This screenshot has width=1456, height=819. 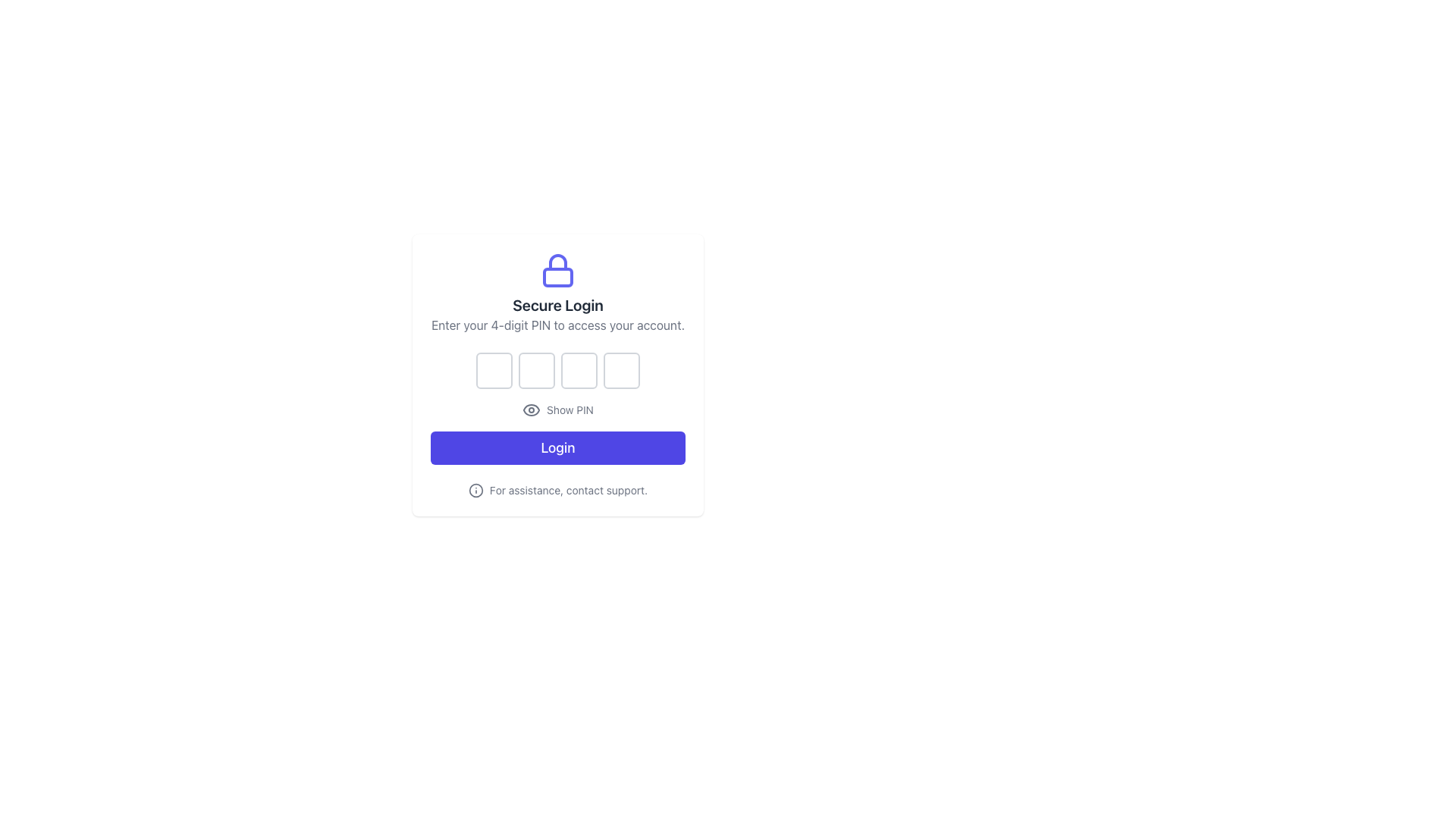 What do you see at coordinates (557, 270) in the screenshot?
I see `the blue outlined lock icon located at the center-top of the card section, directly above the 'Secure Login' text` at bounding box center [557, 270].